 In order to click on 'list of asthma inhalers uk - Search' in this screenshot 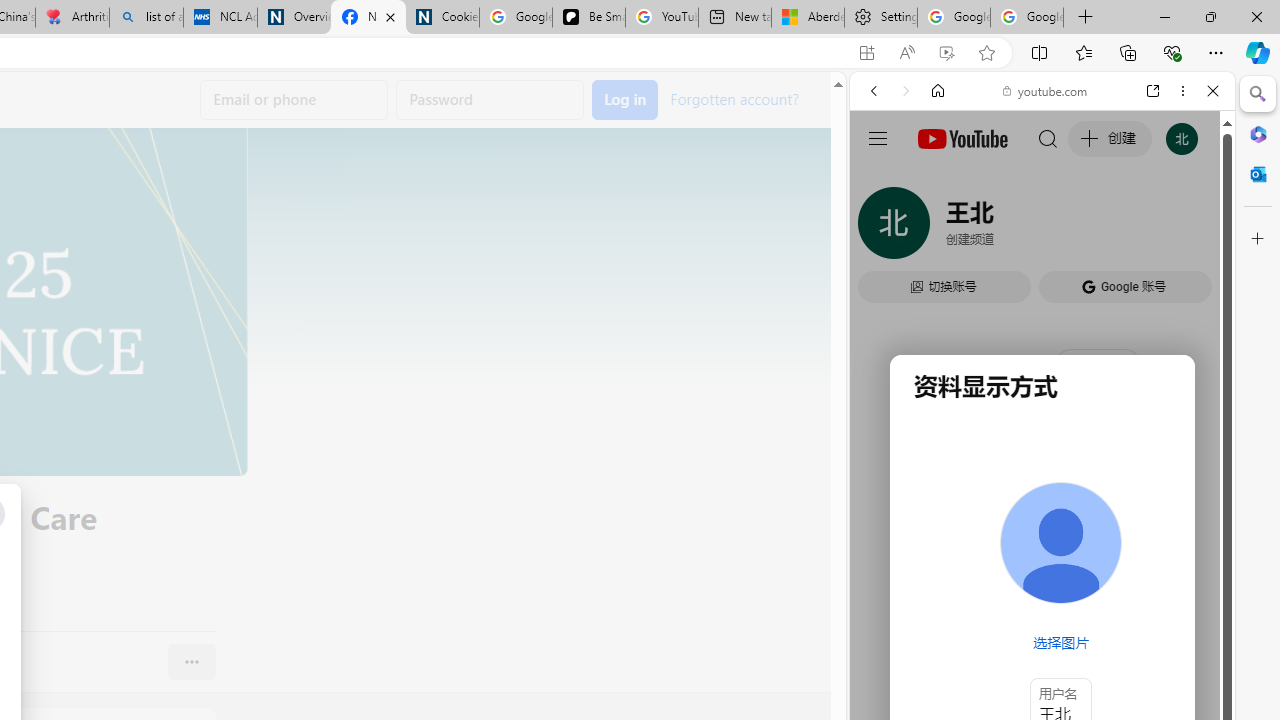, I will do `click(145, 17)`.